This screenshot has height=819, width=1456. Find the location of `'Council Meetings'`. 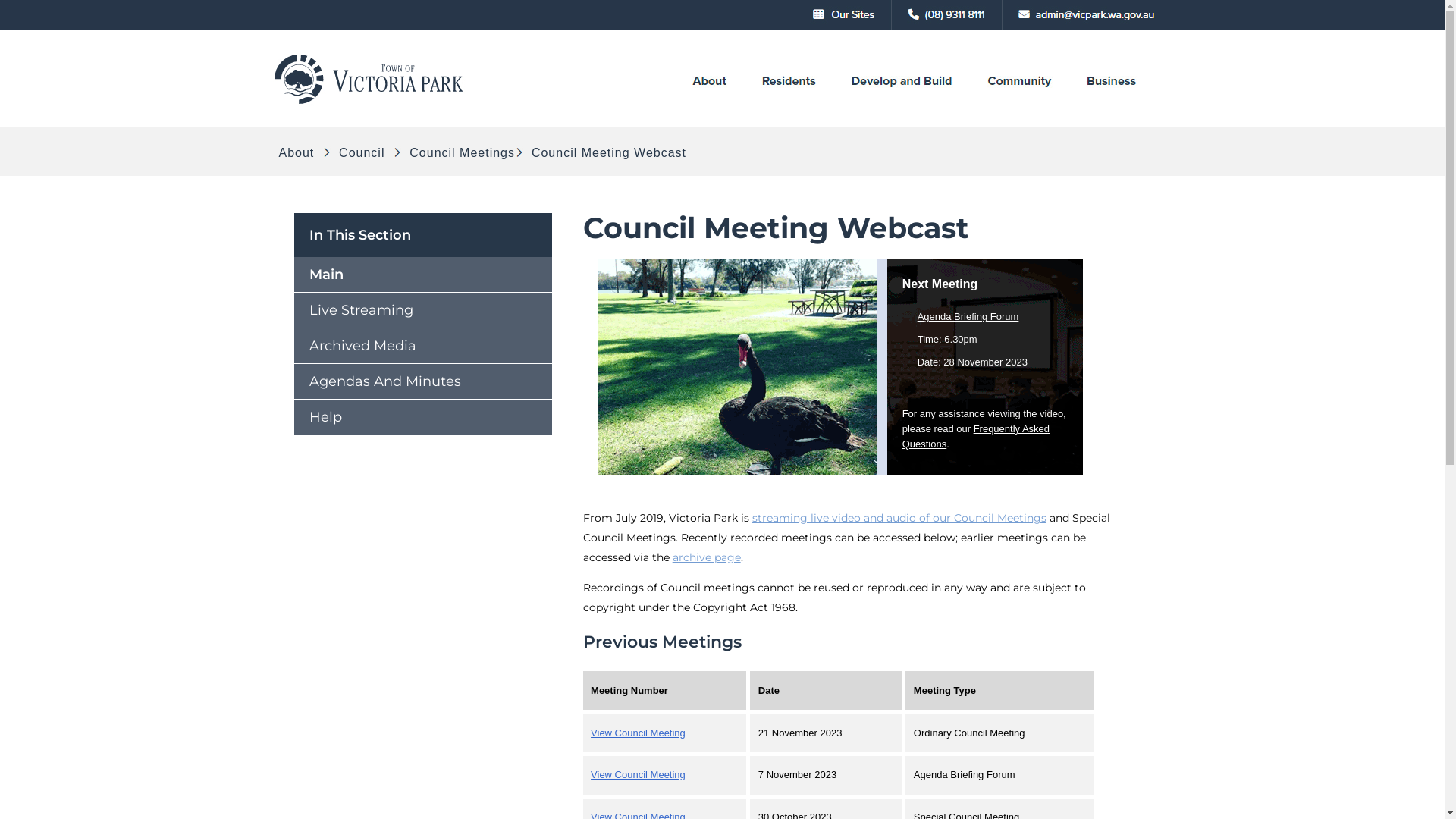

'Council Meetings' is located at coordinates (459, 152).